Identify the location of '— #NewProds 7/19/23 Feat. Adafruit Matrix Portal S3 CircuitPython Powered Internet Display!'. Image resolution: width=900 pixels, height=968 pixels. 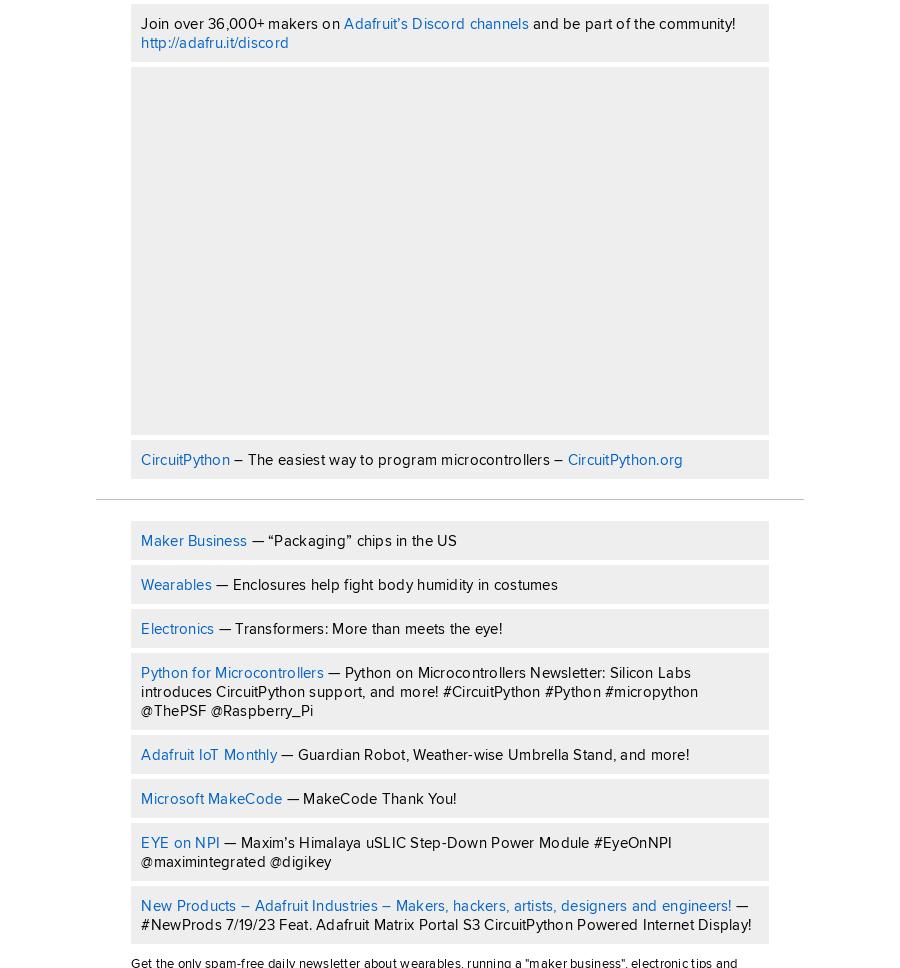
(446, 913).